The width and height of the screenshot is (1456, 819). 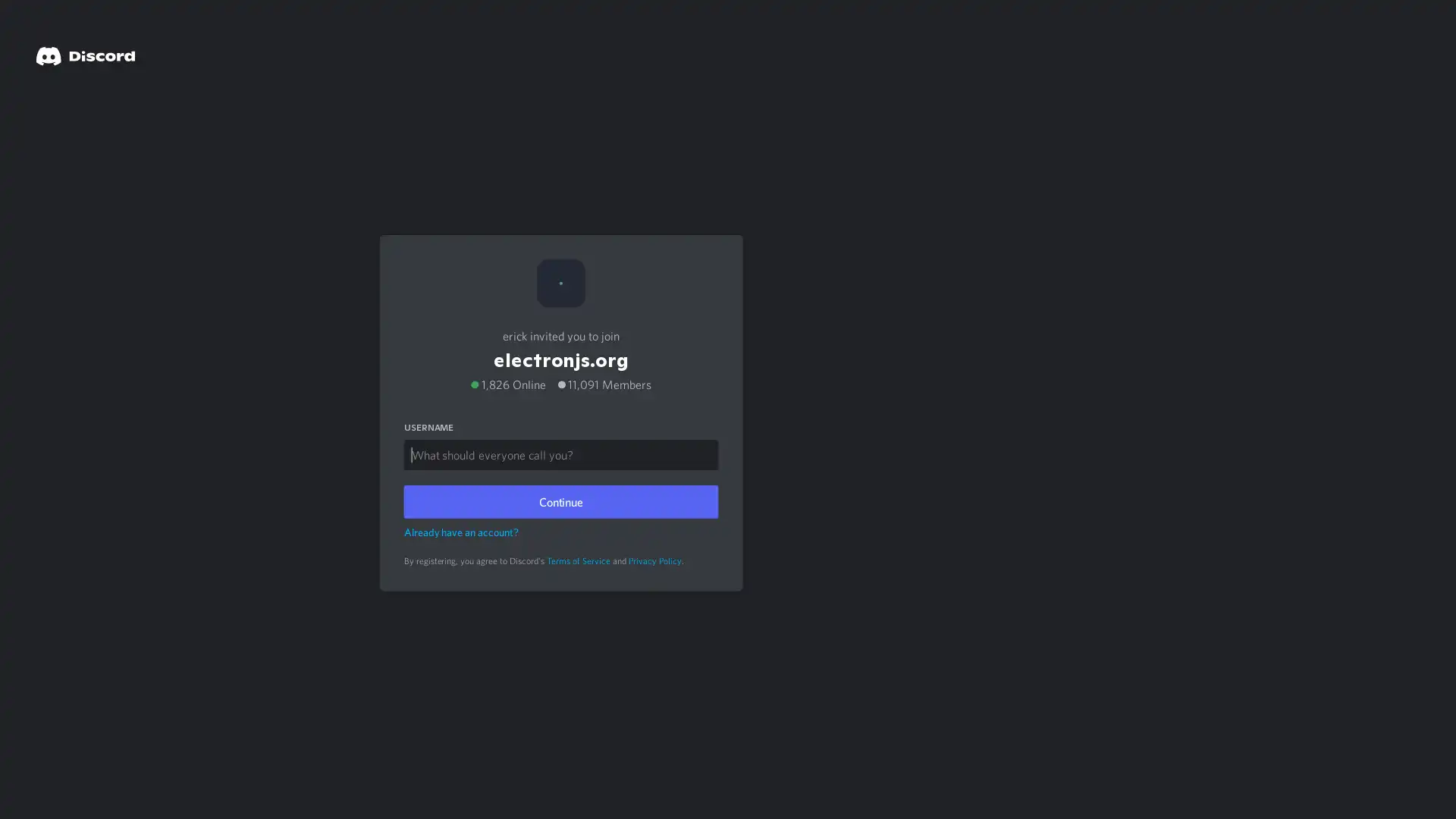 What do you see at coordinates (460, 528) in the screenshot?
I see `Already have an account?` at bounding box center [460, 528].